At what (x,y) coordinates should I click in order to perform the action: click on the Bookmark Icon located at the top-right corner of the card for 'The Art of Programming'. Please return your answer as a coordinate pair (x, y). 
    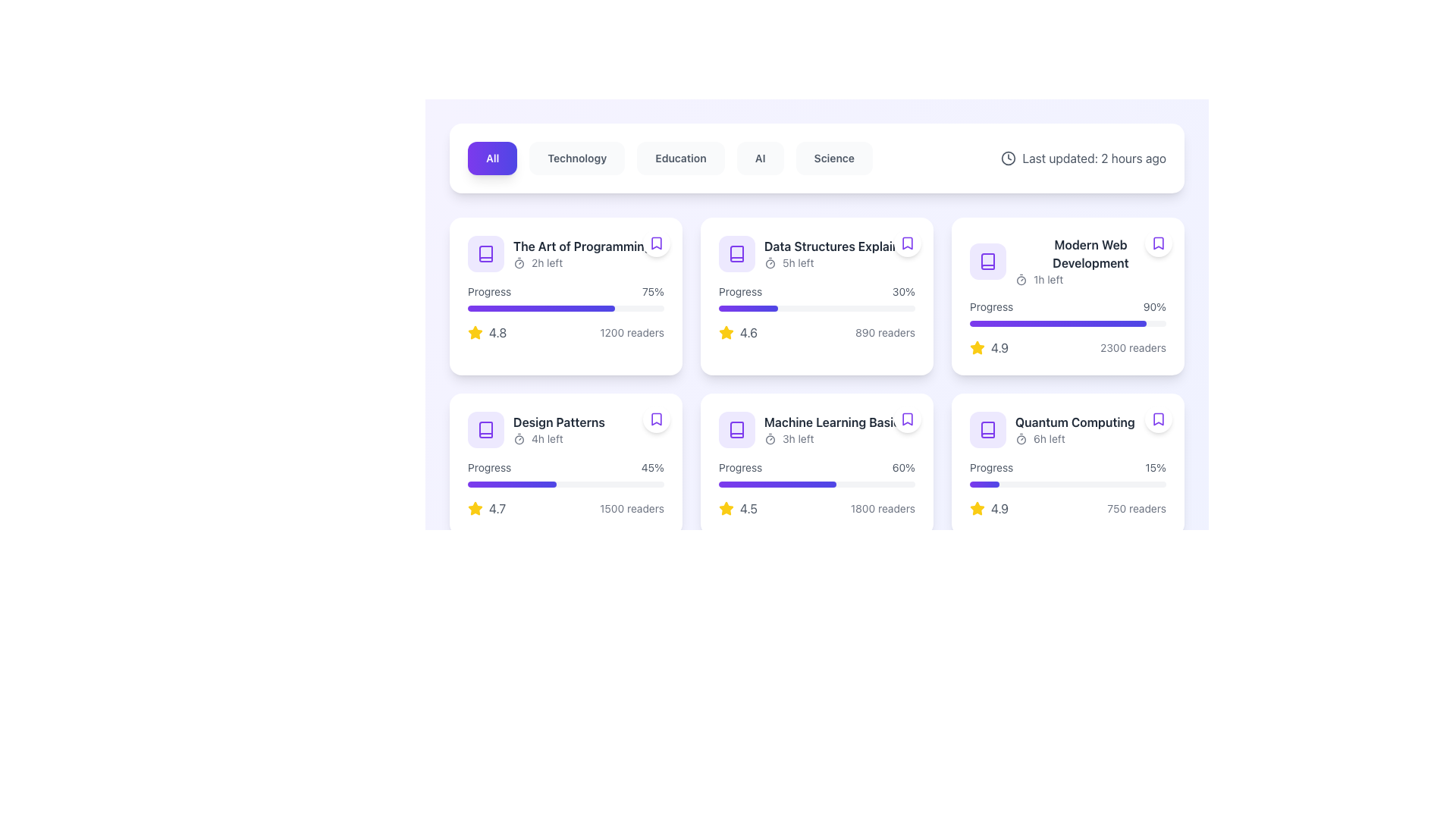
    Looking at the image, I should click on (656, 242).